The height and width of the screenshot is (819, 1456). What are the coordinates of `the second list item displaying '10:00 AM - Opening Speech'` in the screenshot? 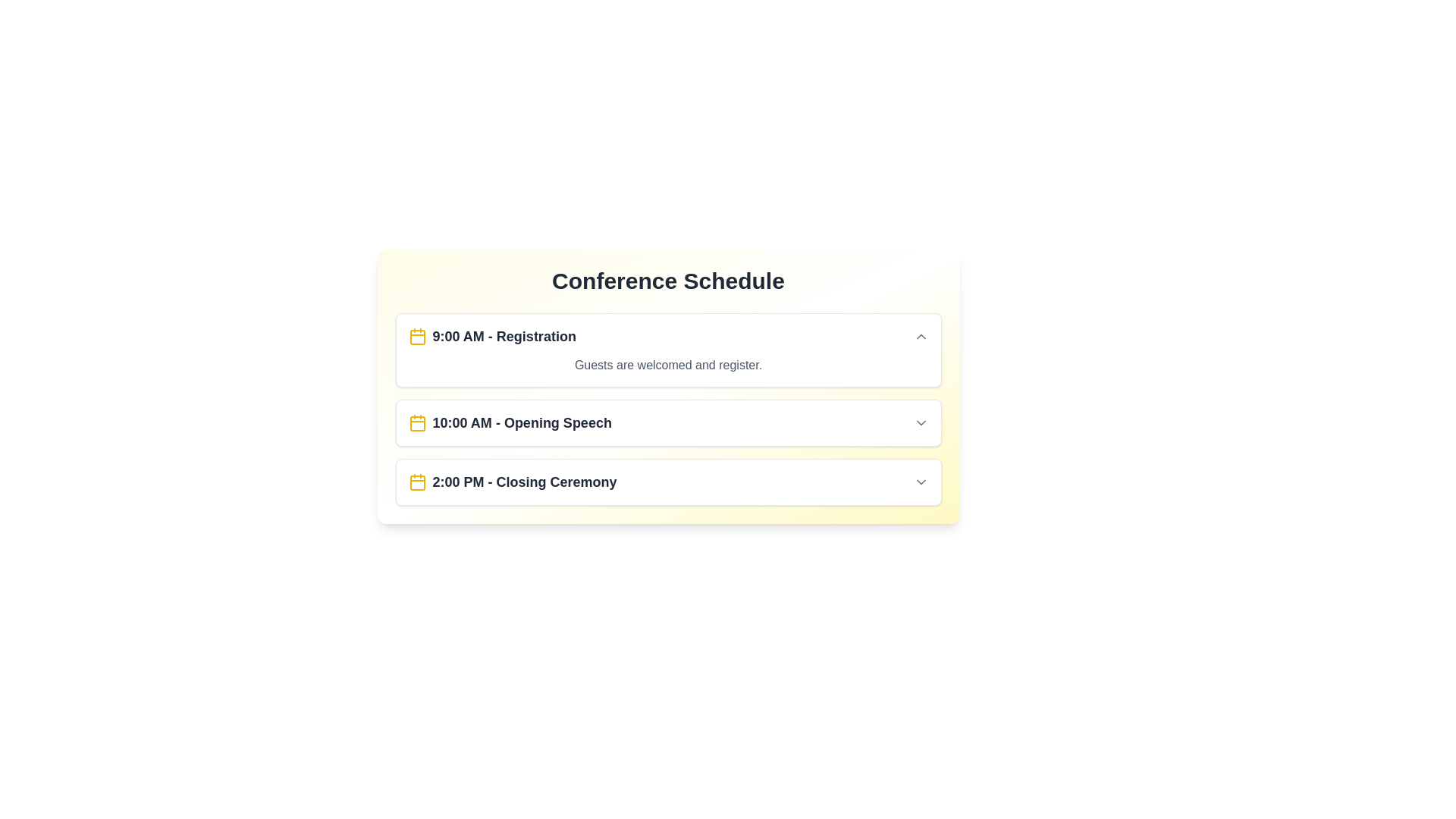 It's located at (667, 423).